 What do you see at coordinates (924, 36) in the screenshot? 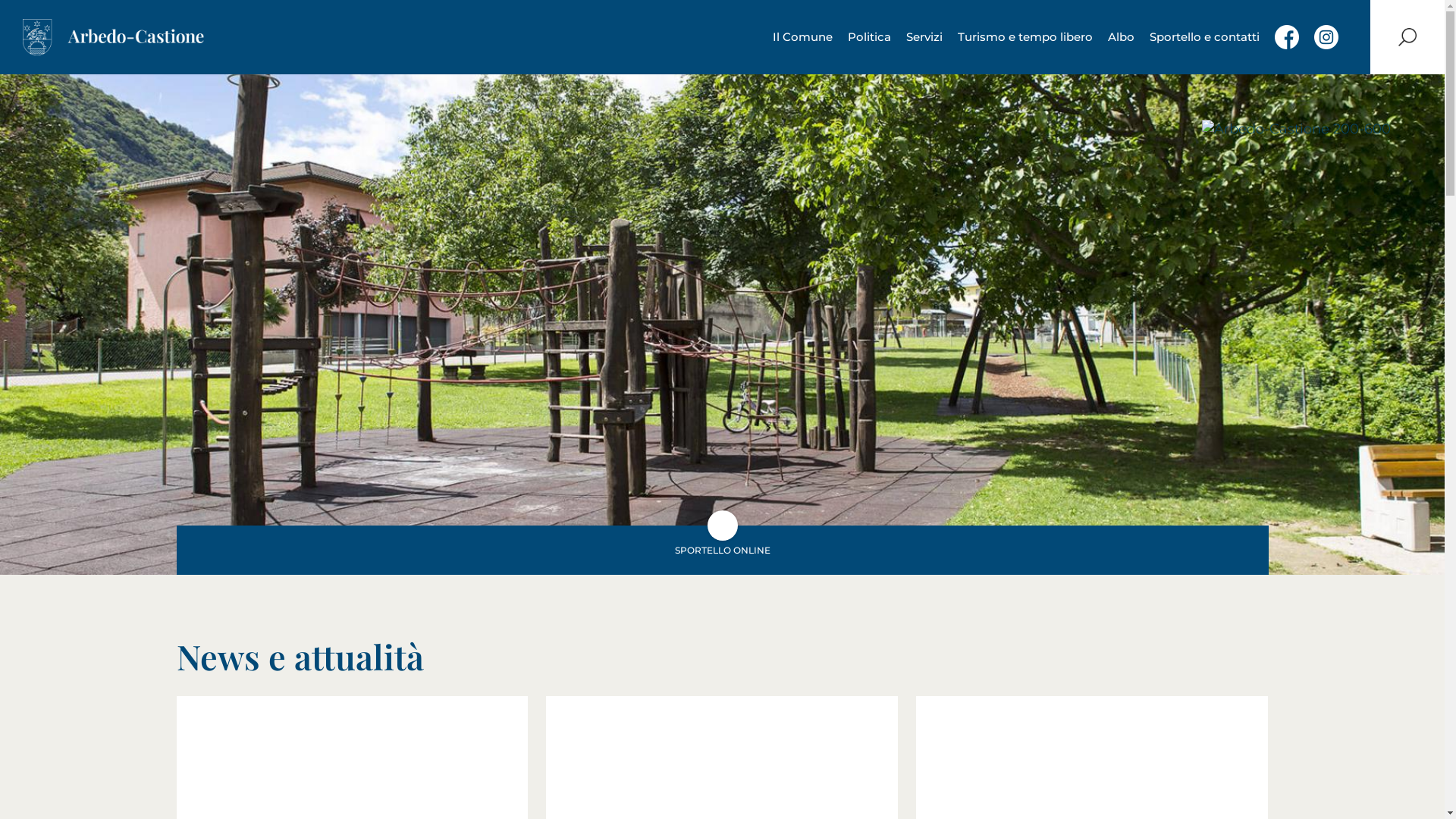
I see `'Servizi'` at bounding box center [924, 36].